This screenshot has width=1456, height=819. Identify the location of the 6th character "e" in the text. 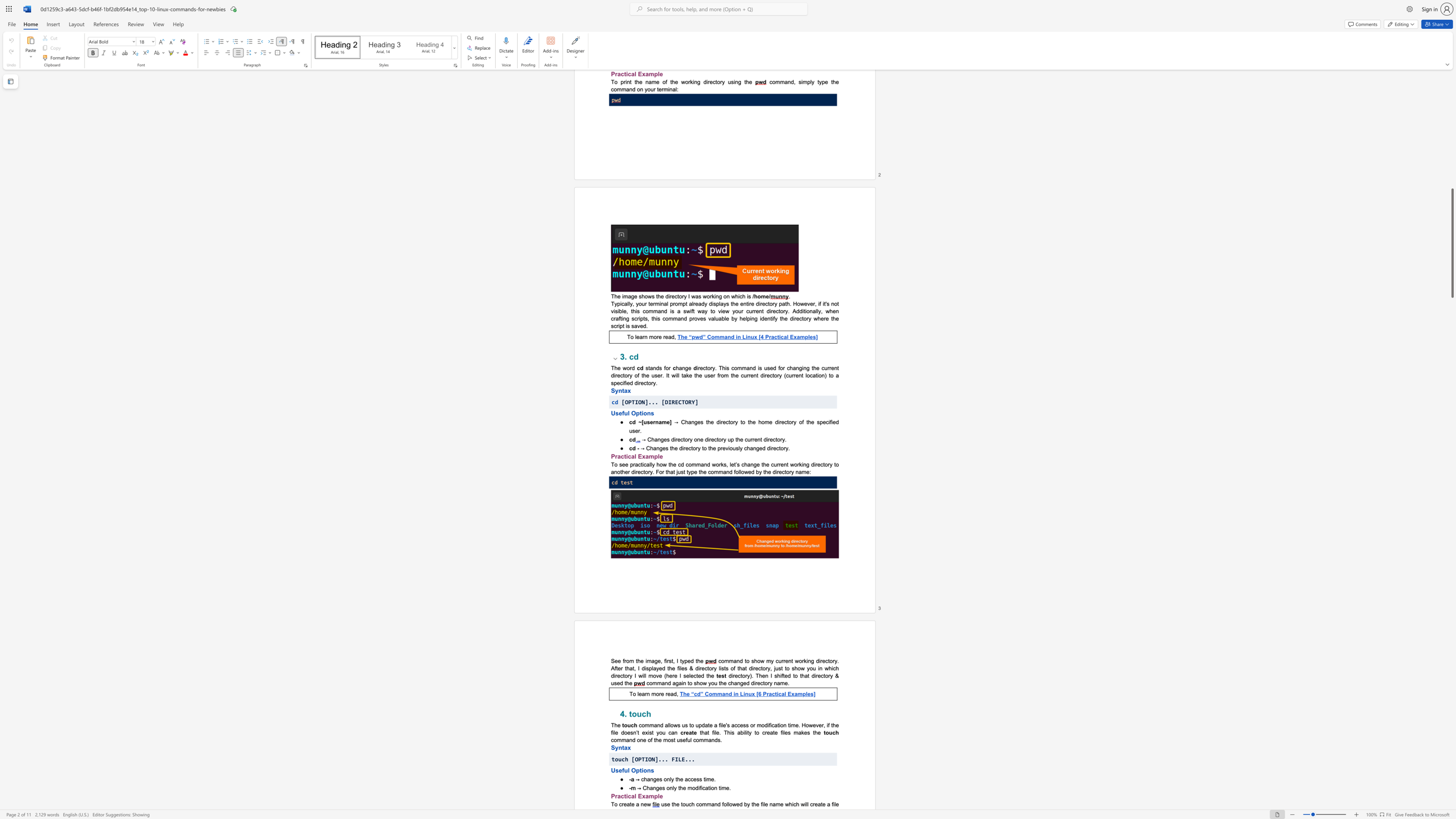
(683, 668).